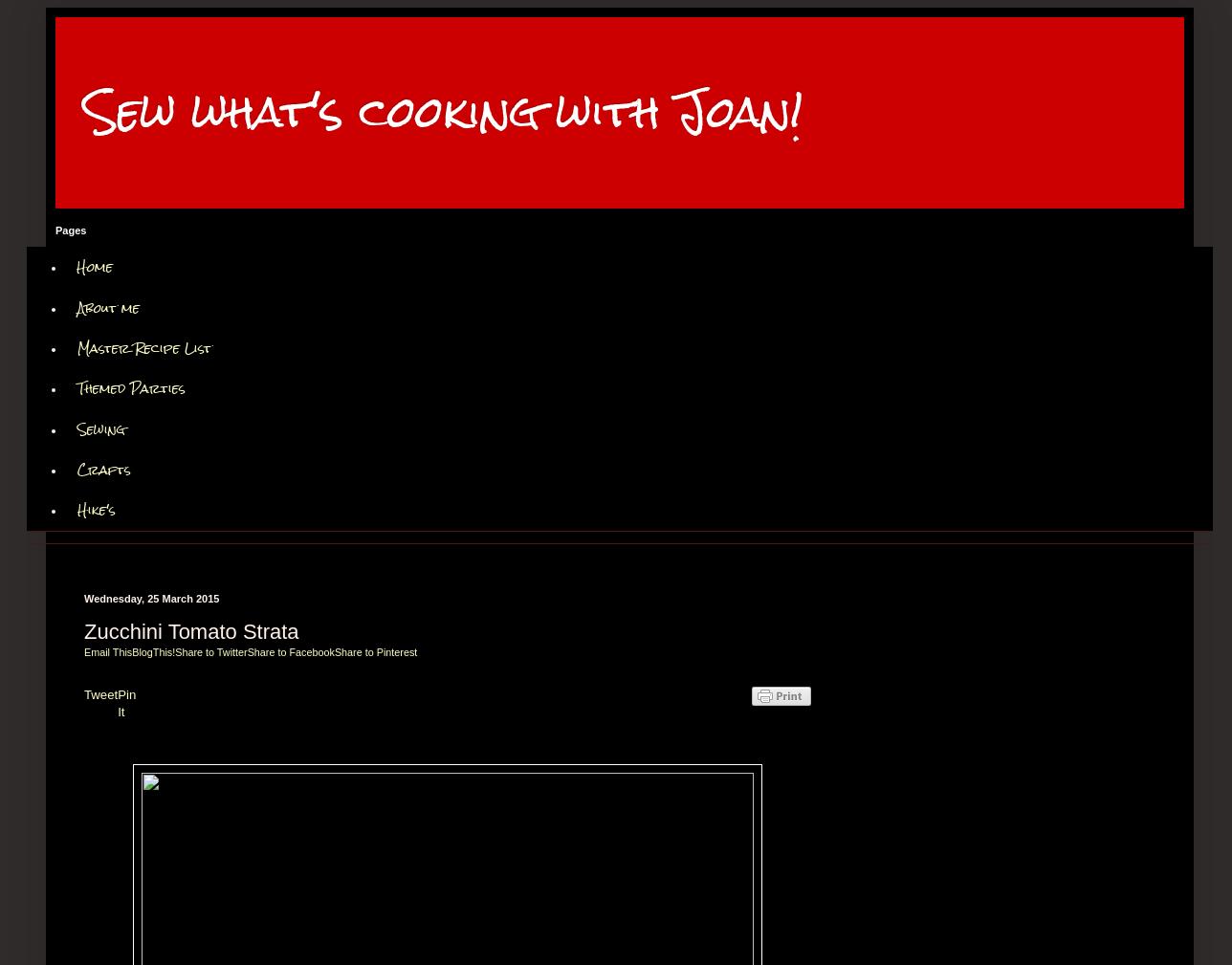 This screenshot has height=965, width=1232. I want to click on 'Share to Facebook', so click(290, 651).